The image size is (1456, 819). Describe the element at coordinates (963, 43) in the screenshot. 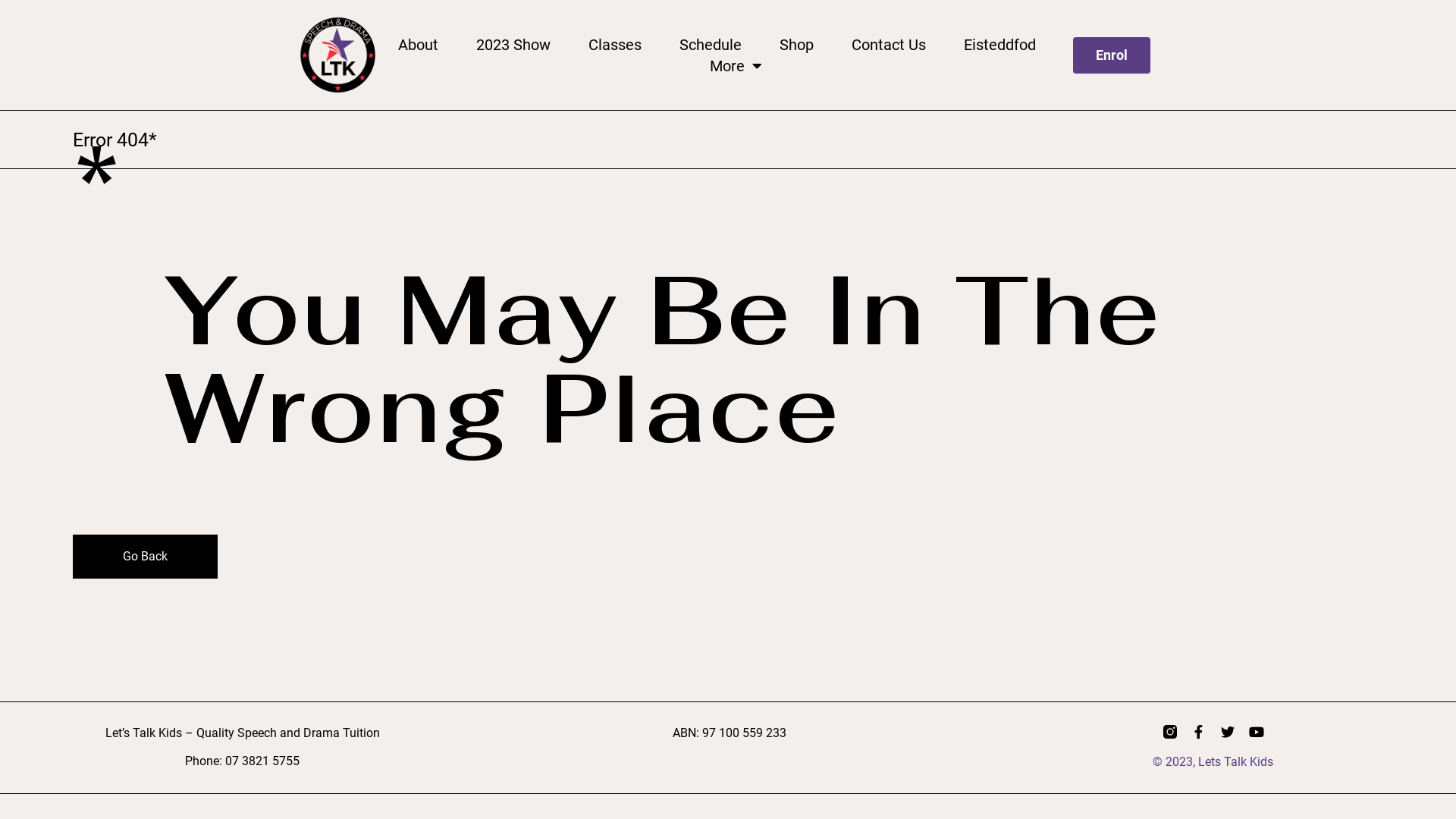

I see `'Eisteddfod'` at that location.